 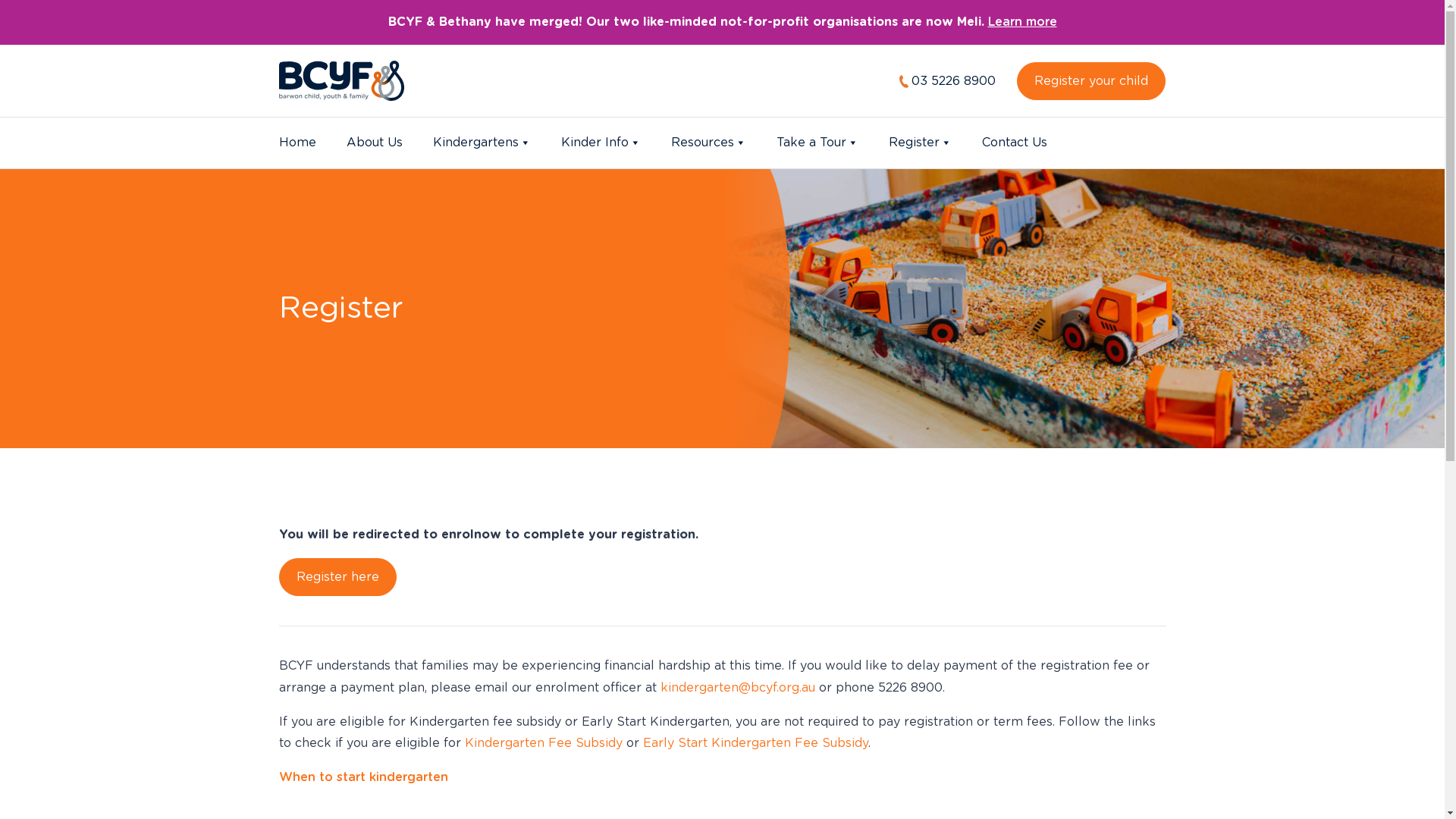 What do you see at coordinates (337, 576) in the screenshot?
I see `'Register here'` at bounding box center [337, 576].